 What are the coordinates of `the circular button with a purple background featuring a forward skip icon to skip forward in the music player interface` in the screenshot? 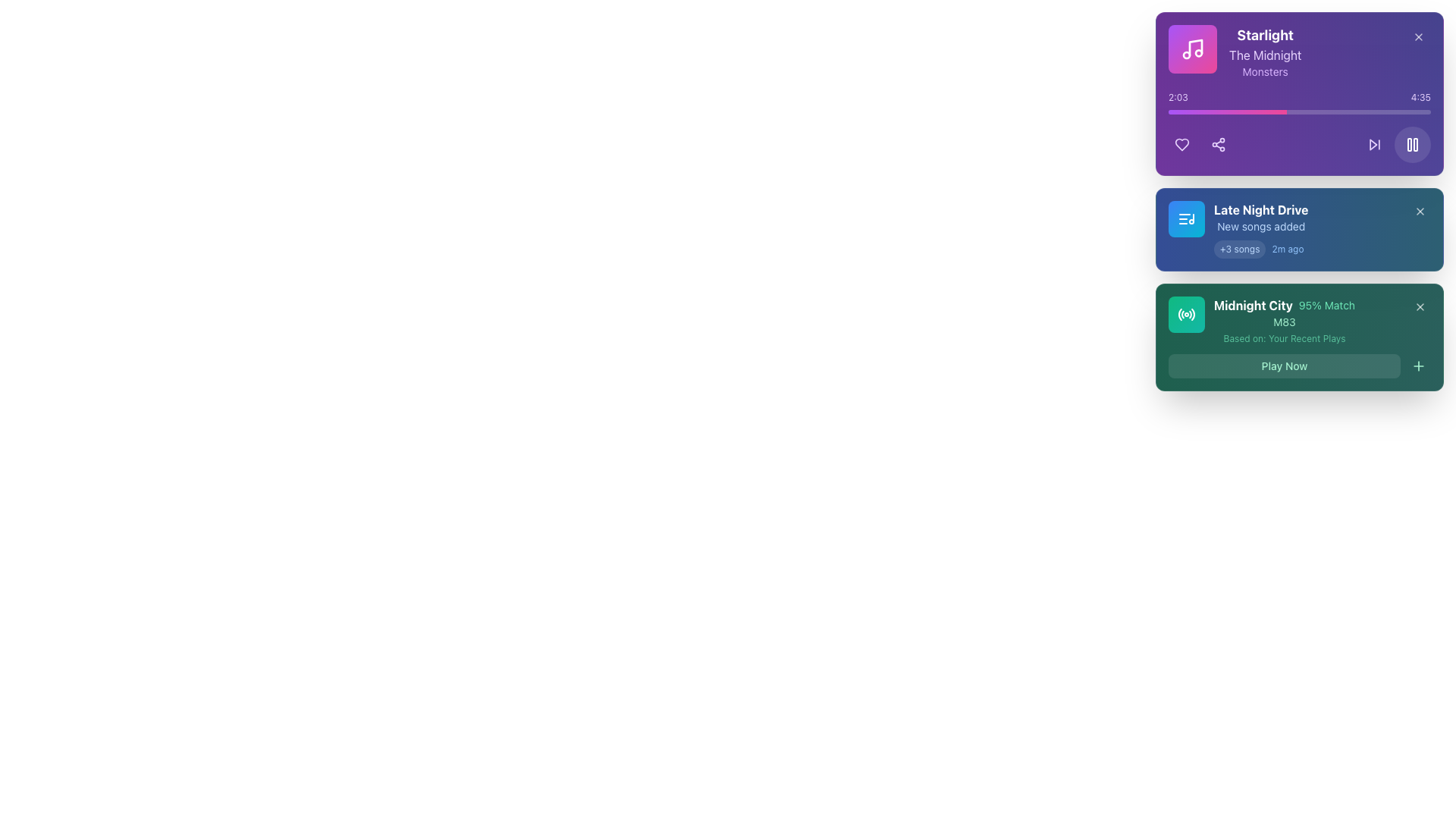 It's located at (1375, 145).